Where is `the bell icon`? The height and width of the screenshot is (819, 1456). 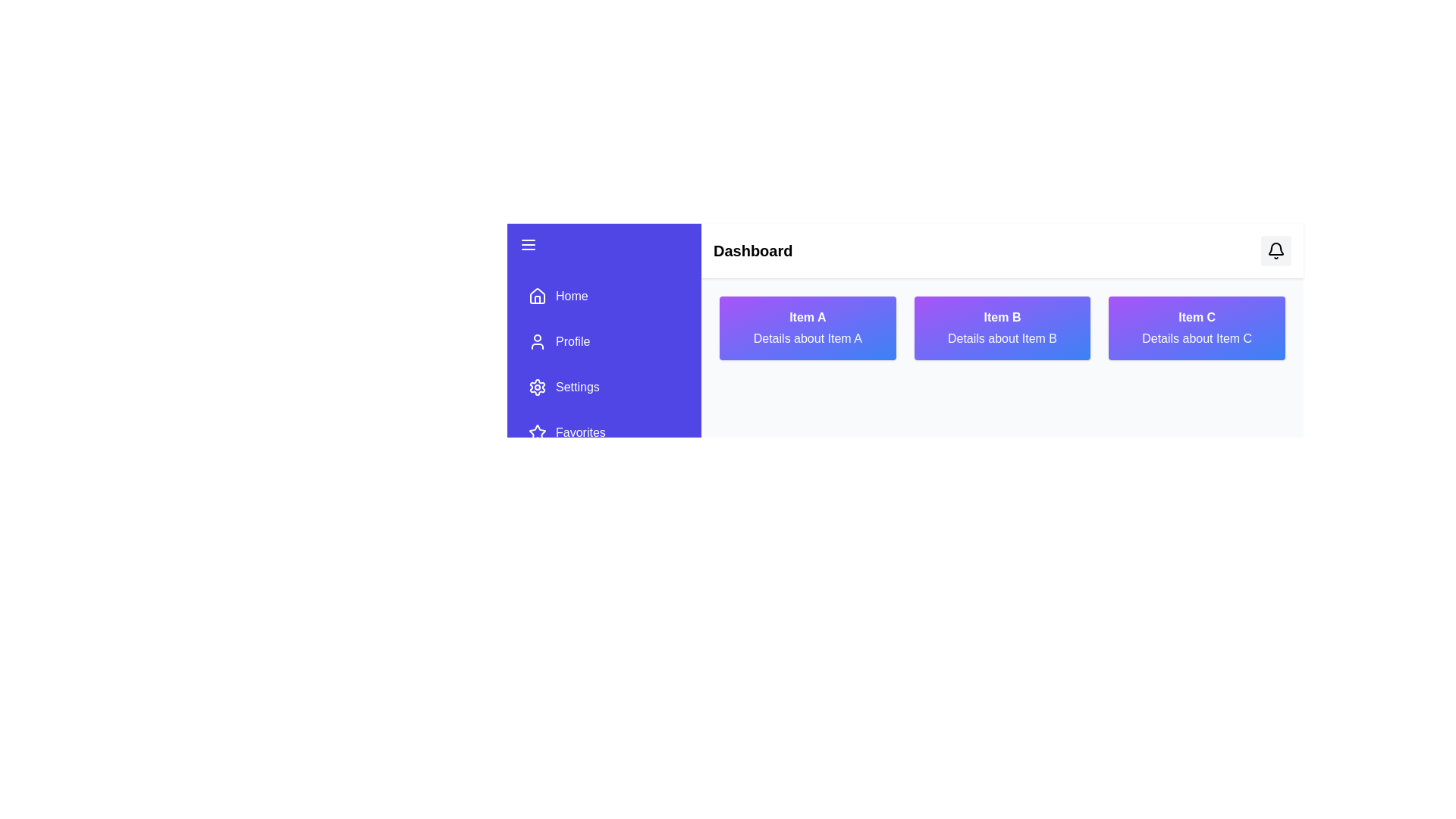 the bell icon is located at coordinates (1276, 250).